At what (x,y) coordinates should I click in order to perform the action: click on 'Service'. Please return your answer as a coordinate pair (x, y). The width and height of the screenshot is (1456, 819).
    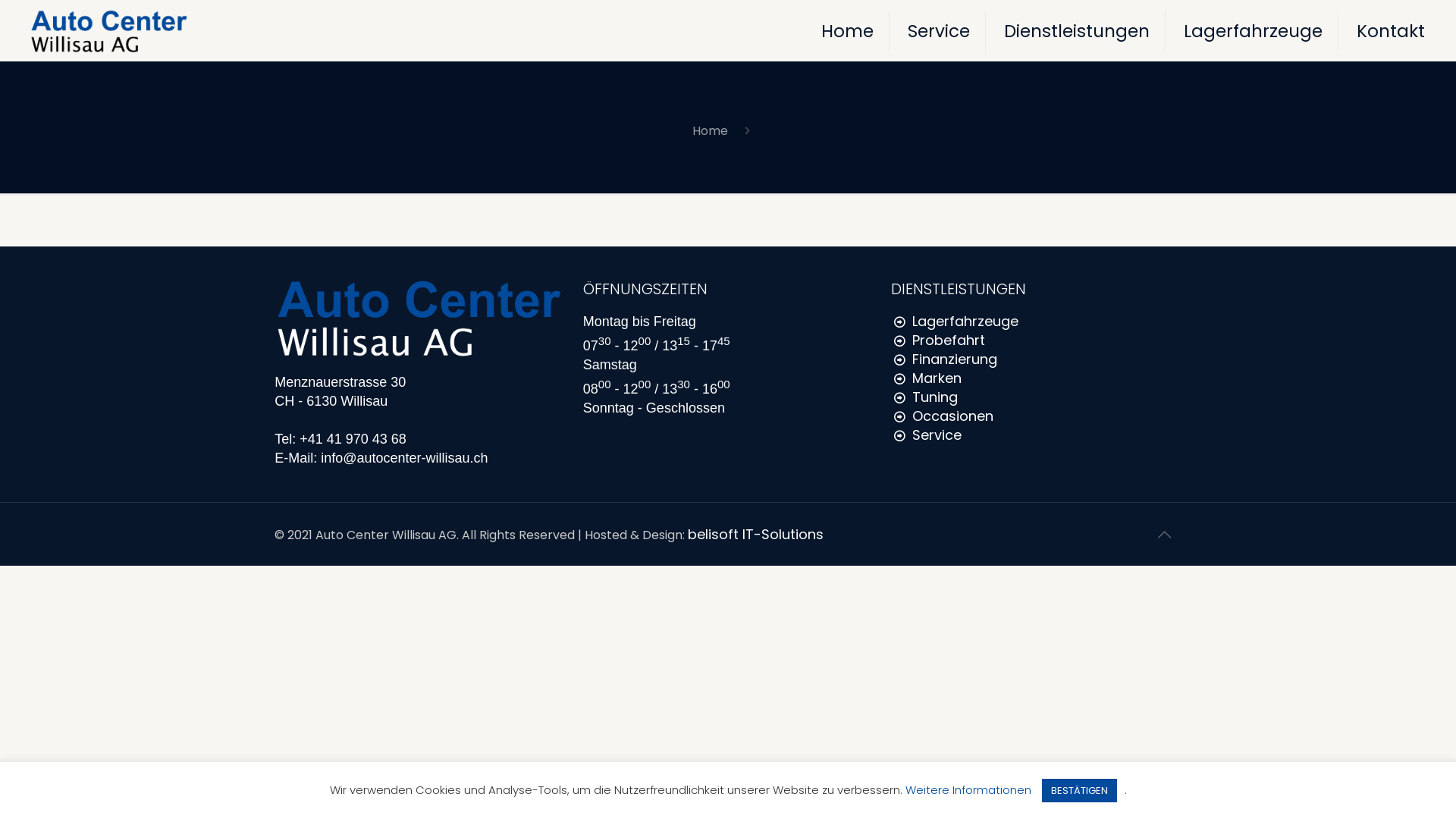
    Looking at the image, I should click on (938, 31).